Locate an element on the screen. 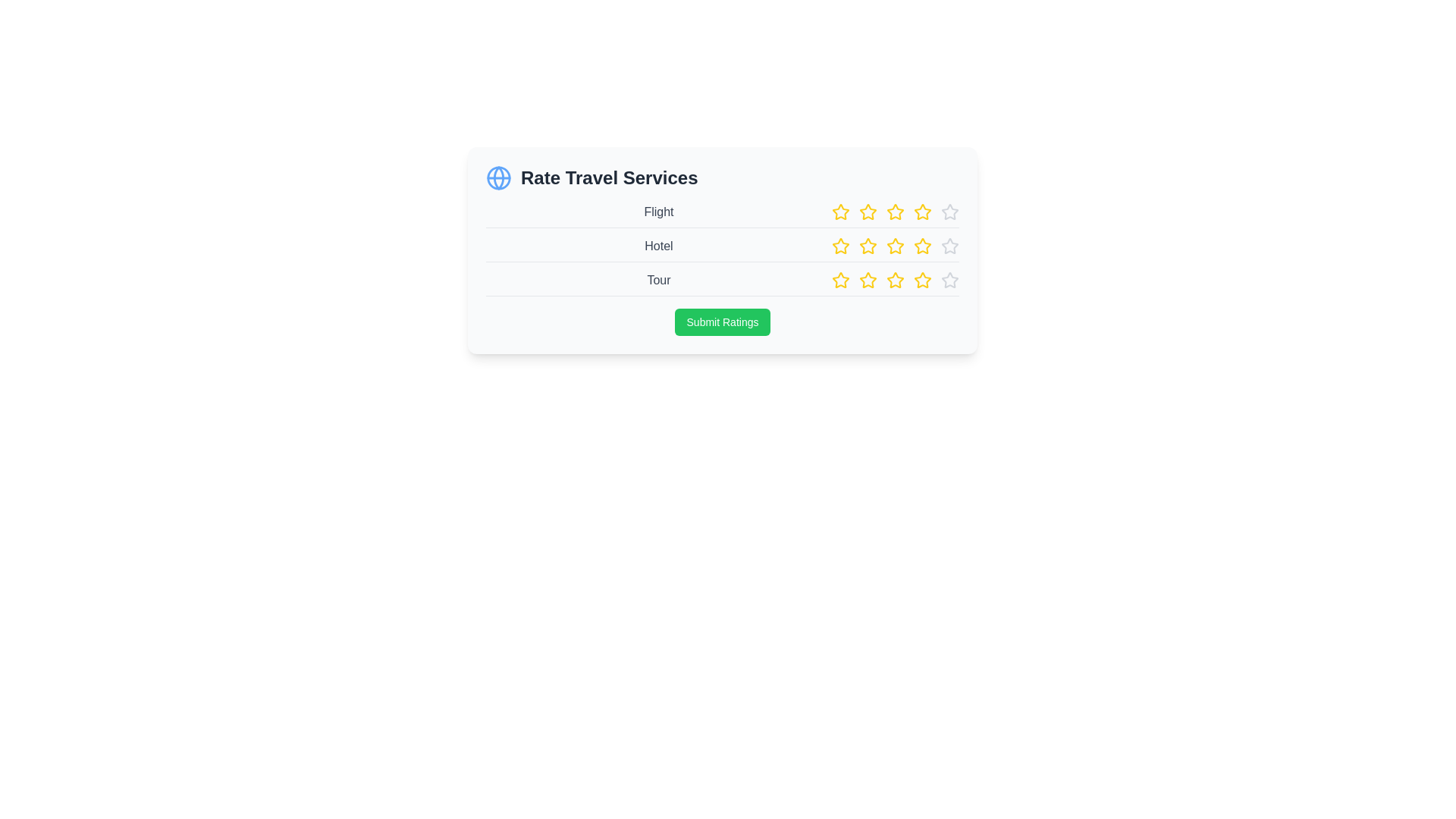  the fourth star in the 'Tour' row of the rating section, which is a golden star-shaped icon with a white center, to receive feedback is located at coordinates (895, 280).